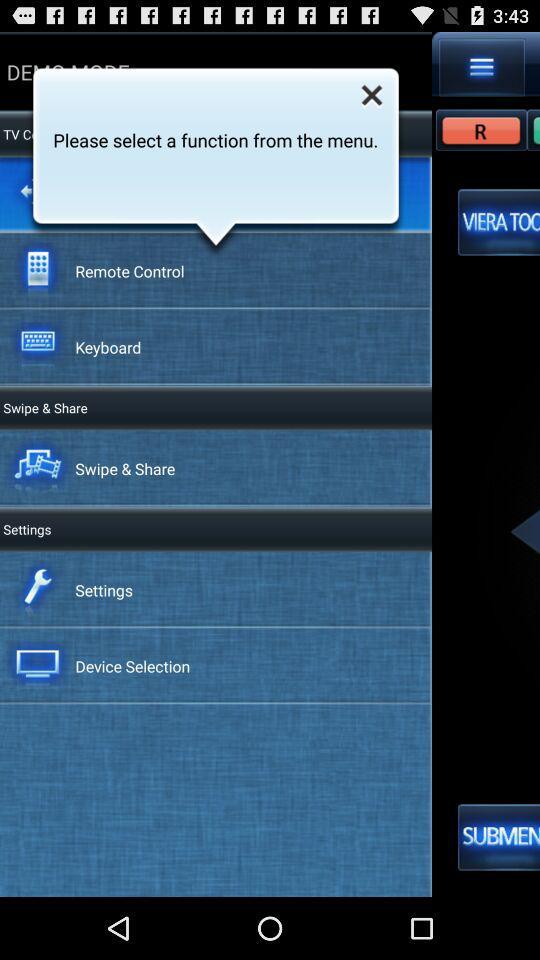 This screenshot has height=960, width=540. Describe the element at coordinates (481, 71) in the screenshot. I see `the menu icon` at that location.